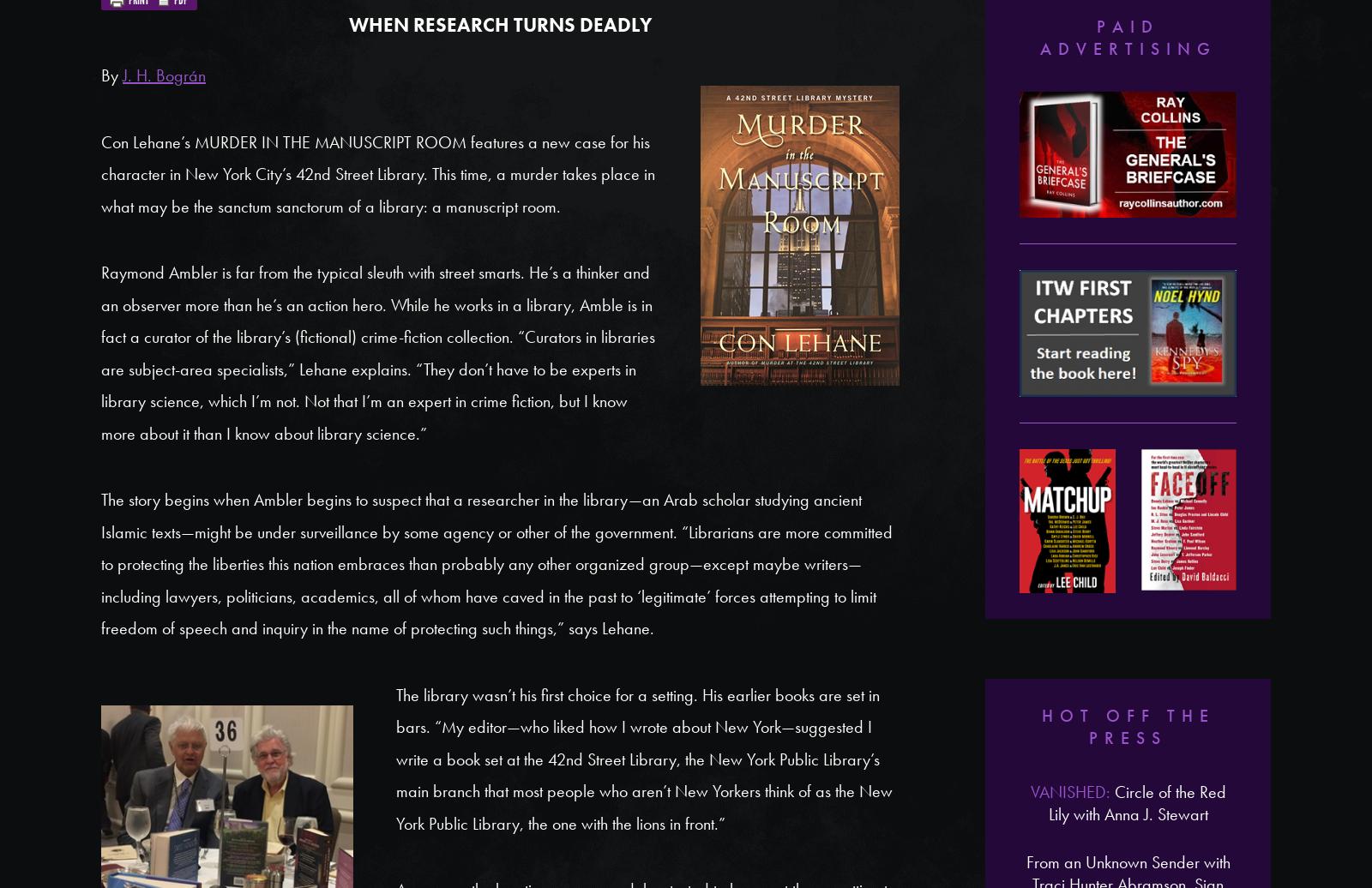 This screenshot has height=888, width=1372. I want to click on 'Lloyd Devereux Richards', so click(1127, 568).